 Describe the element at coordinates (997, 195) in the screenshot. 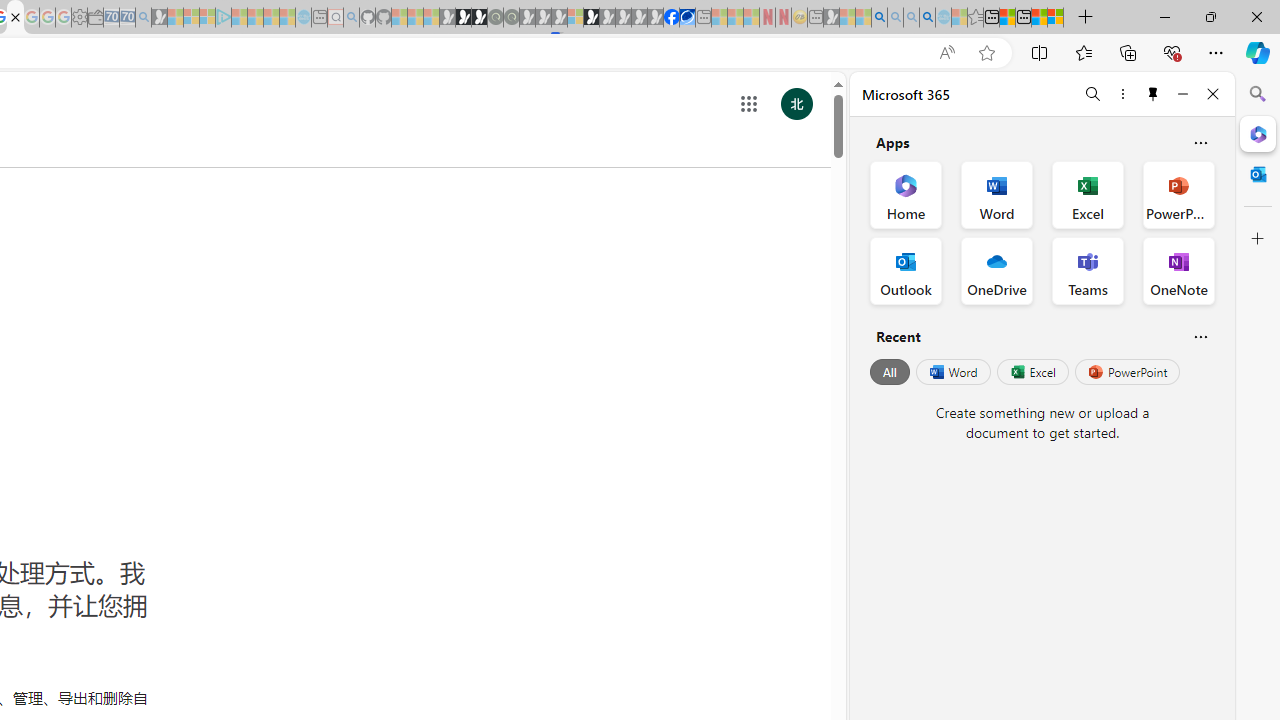

I see `'Word Office App'` at that location.